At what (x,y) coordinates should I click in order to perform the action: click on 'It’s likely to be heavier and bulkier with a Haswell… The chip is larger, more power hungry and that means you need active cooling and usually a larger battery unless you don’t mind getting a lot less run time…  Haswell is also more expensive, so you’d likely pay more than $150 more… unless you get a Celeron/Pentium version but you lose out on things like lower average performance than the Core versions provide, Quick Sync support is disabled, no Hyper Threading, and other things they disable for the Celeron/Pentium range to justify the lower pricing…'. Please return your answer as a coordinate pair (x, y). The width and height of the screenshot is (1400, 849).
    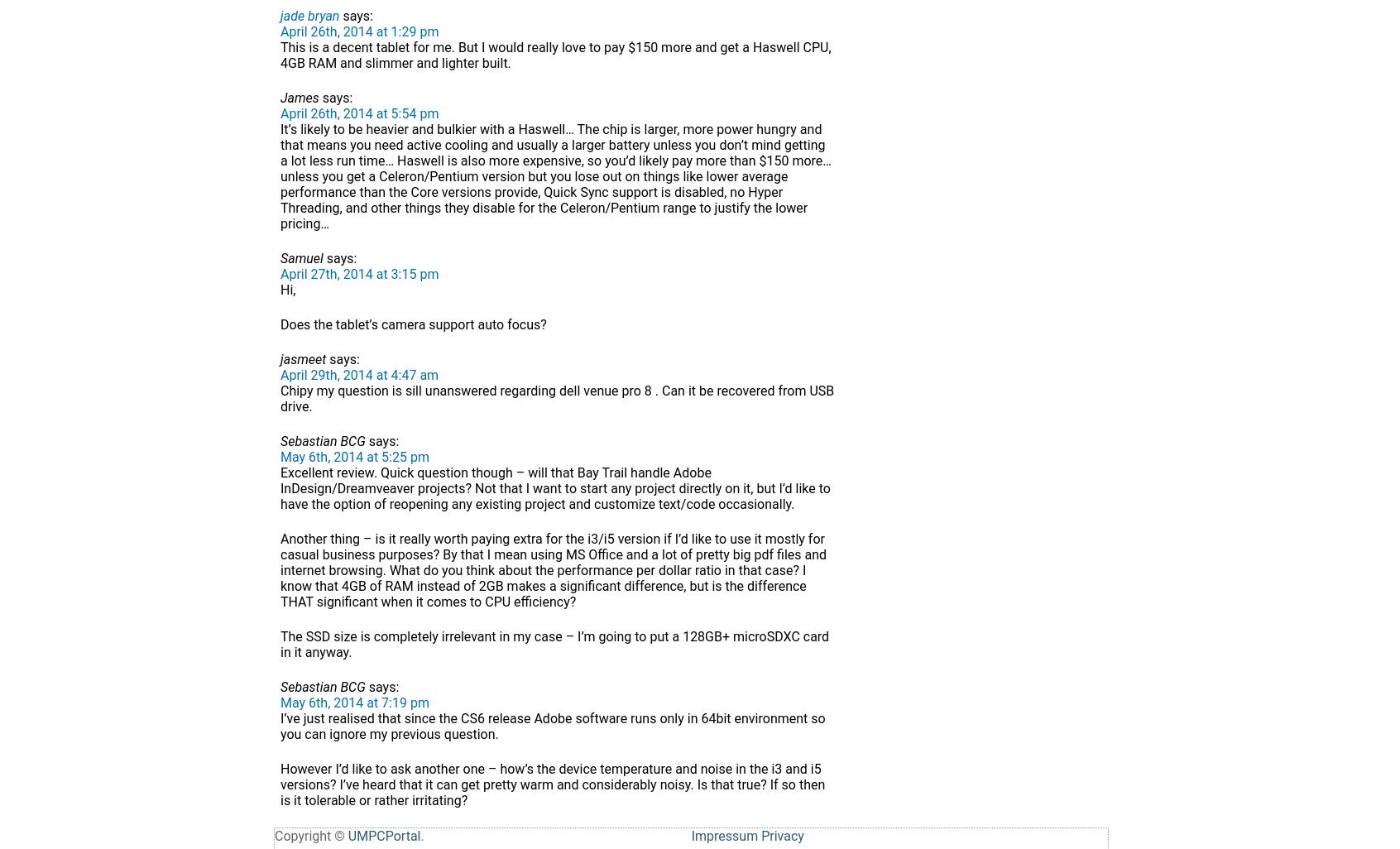
    Looking at the image, I should click on (556, 176).